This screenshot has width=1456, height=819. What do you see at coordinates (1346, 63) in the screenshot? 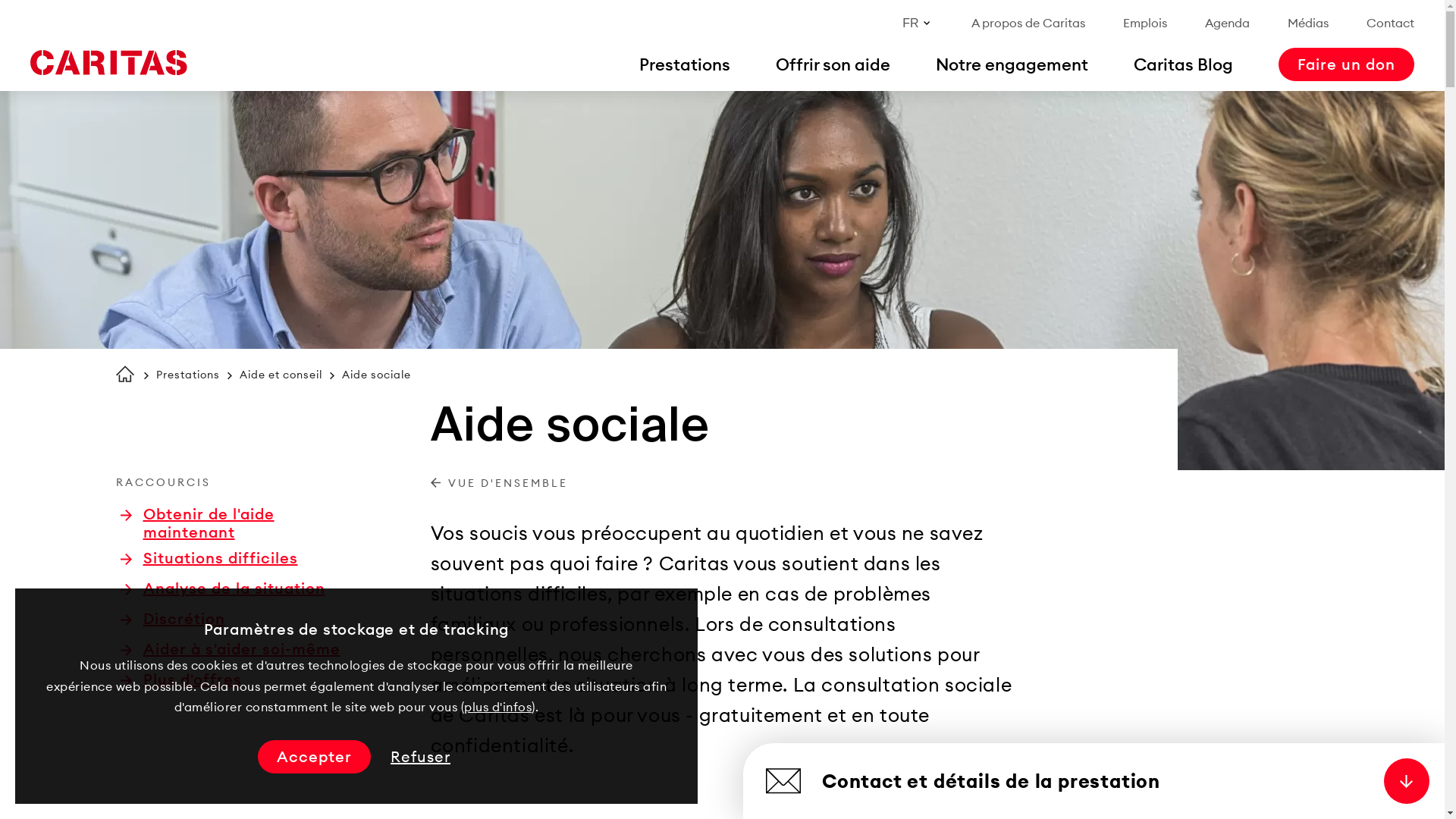
I see `'Faire un don'` at bounding box center [1346, 63].